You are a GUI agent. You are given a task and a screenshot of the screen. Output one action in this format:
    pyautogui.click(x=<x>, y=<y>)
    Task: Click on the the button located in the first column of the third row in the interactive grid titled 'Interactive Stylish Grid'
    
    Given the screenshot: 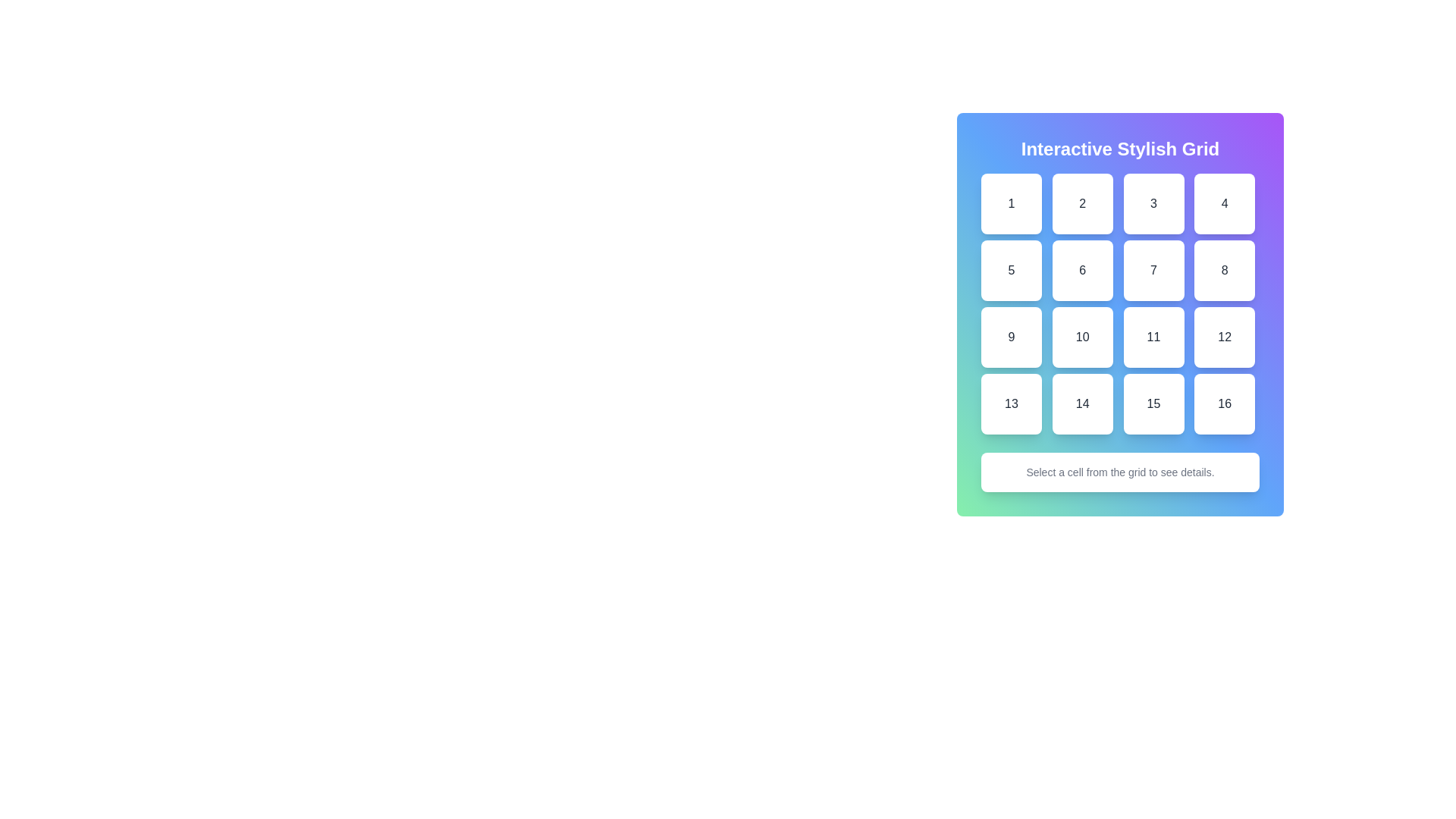 What is the action you would take?
    pyautogui.click(x=1012, y=336)
    